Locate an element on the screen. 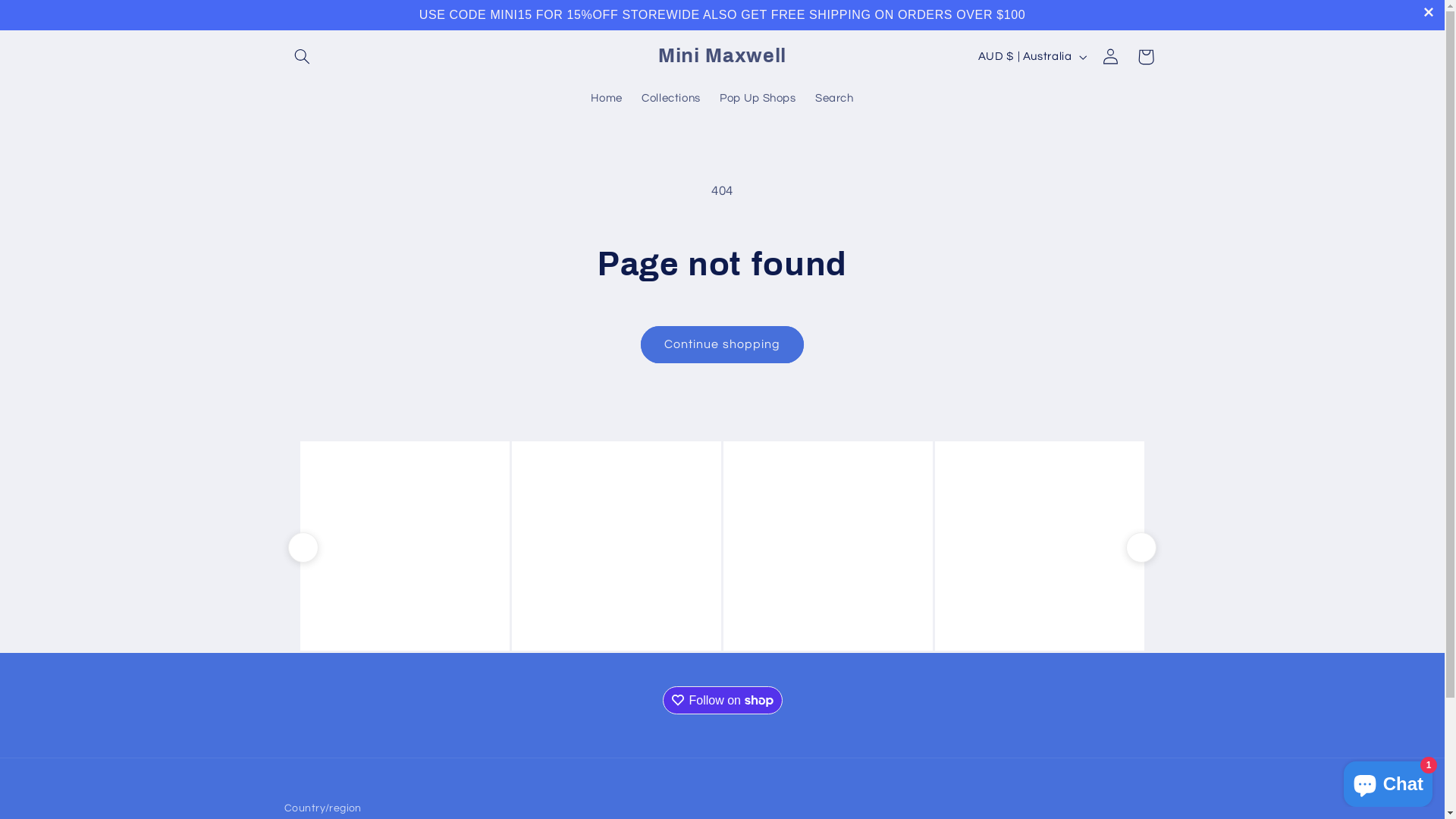 The image size is (1456, 819). 'Continue shopping' is located at coordinates (722, 344).